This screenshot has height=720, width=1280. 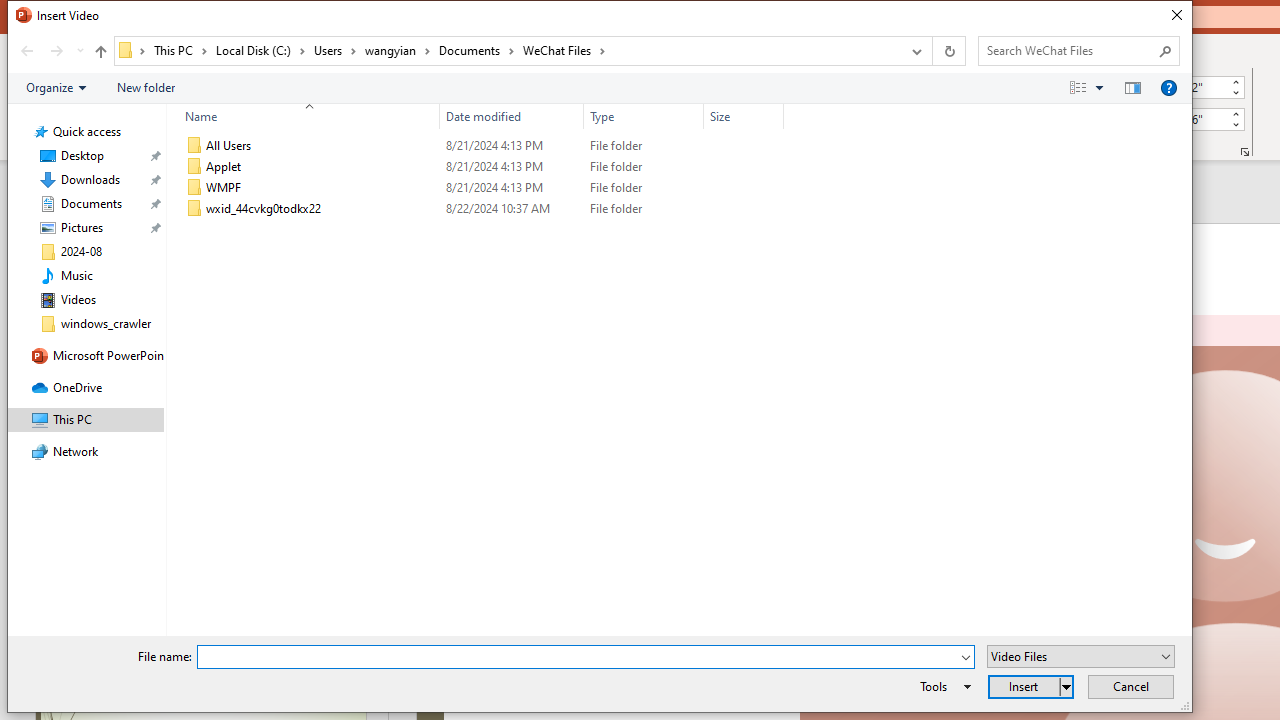 I want to click on 'All locations', so click(x=131, y=49).